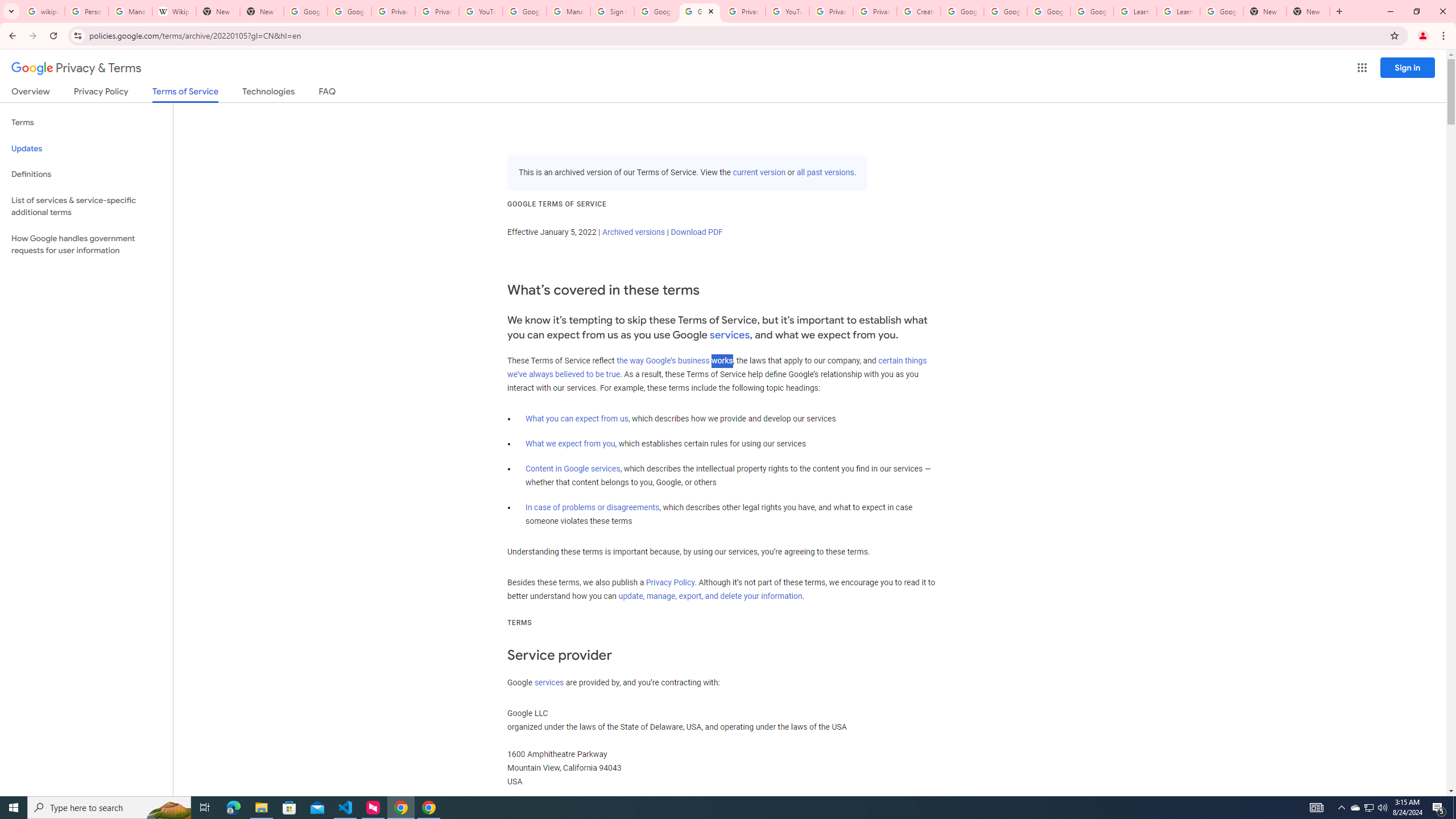 Image resolution: width=1456 pixels, height=819 pixels. Describe the element at coordinates (577, 418) in the screenshot. I see `'What you can expect from us'` at that location.